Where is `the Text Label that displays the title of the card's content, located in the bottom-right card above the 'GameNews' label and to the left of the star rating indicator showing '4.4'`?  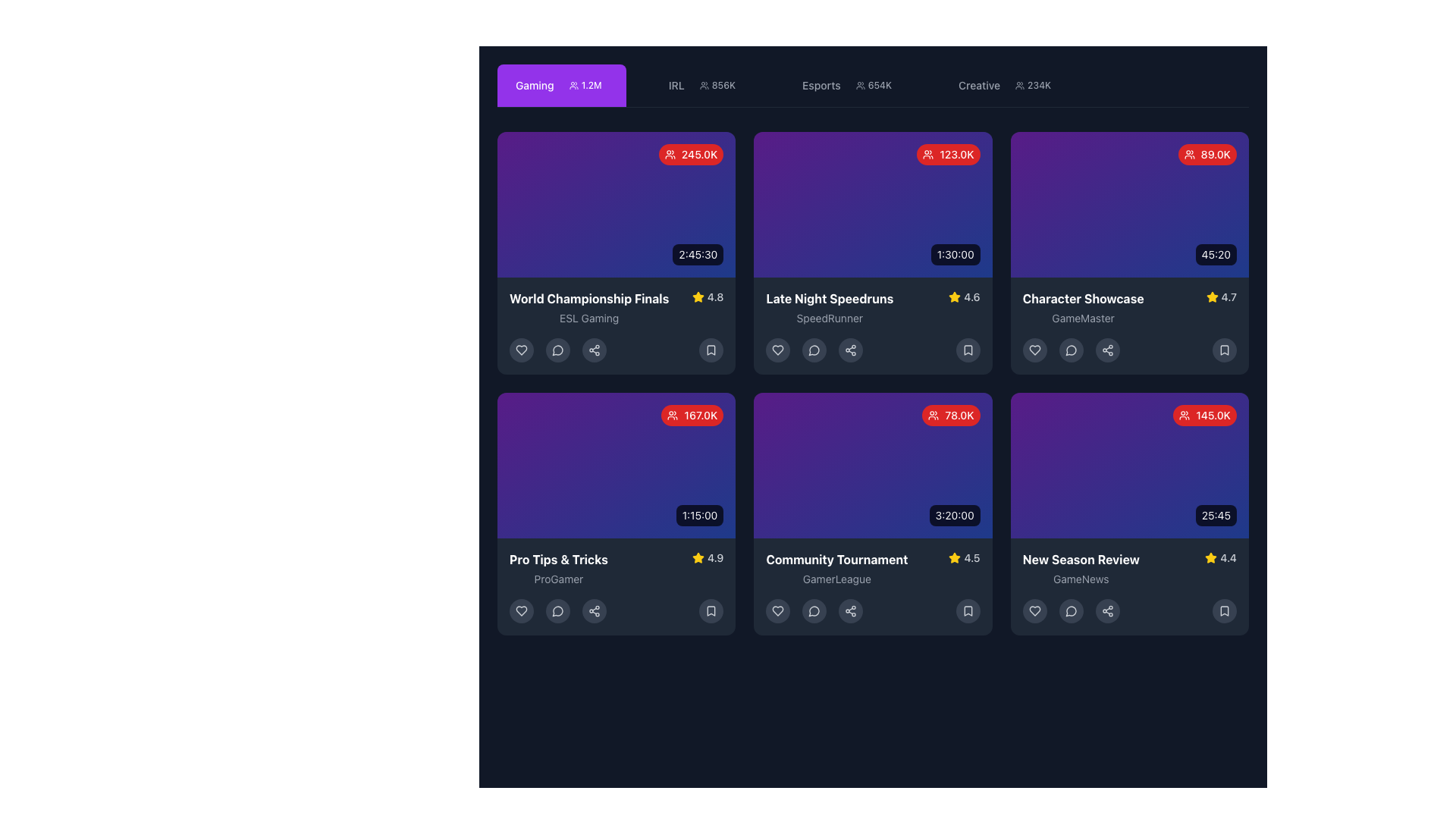 the Text Label that displays the title of the card's content, located in the bottom-right card above the 'GameNews' label and to the left of the star rating indicator showing '4.4' is located at coordinates (1080, 559).